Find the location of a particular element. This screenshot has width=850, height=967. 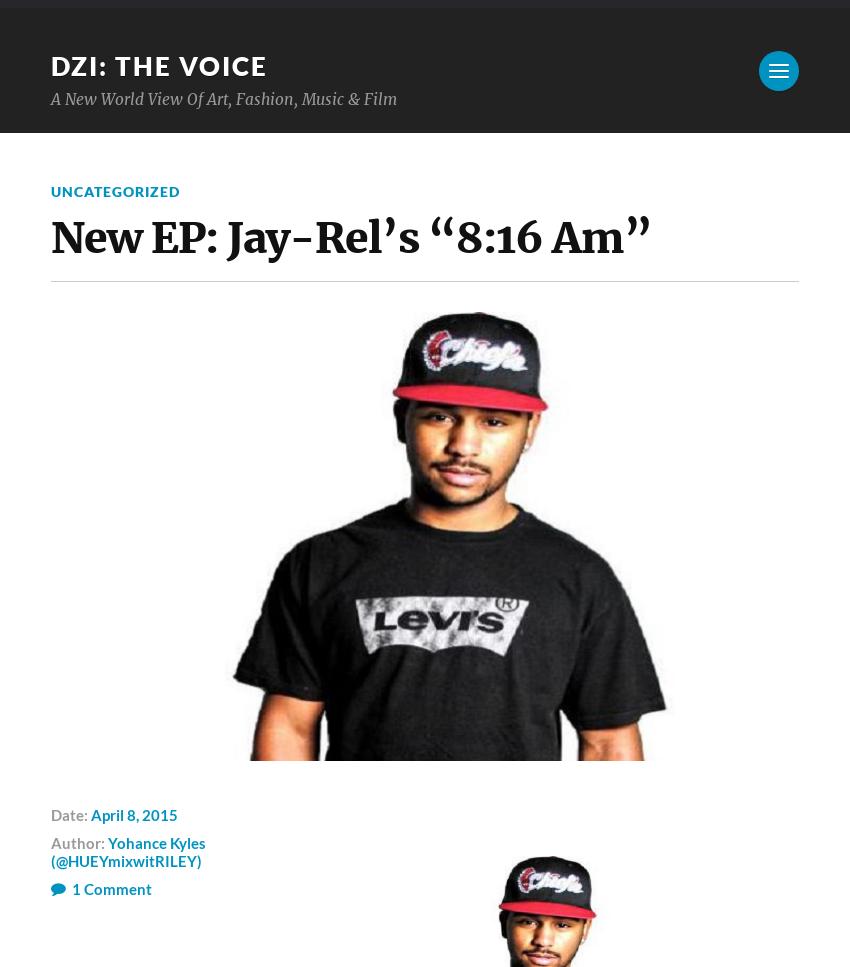

'Author:' is located at coordinates (79, 843).